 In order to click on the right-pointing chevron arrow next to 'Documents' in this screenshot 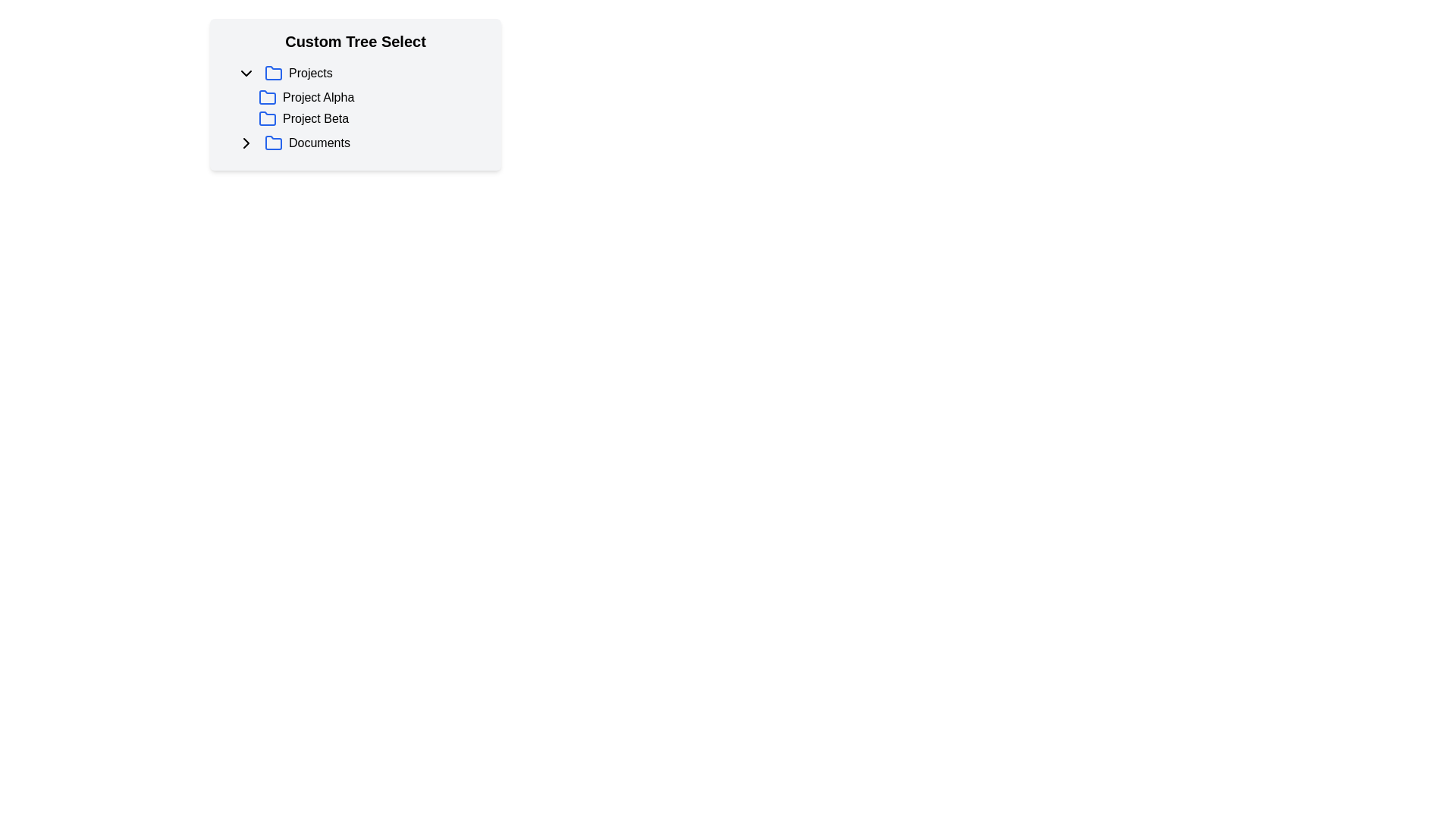, I will do `click(246, 143)`.